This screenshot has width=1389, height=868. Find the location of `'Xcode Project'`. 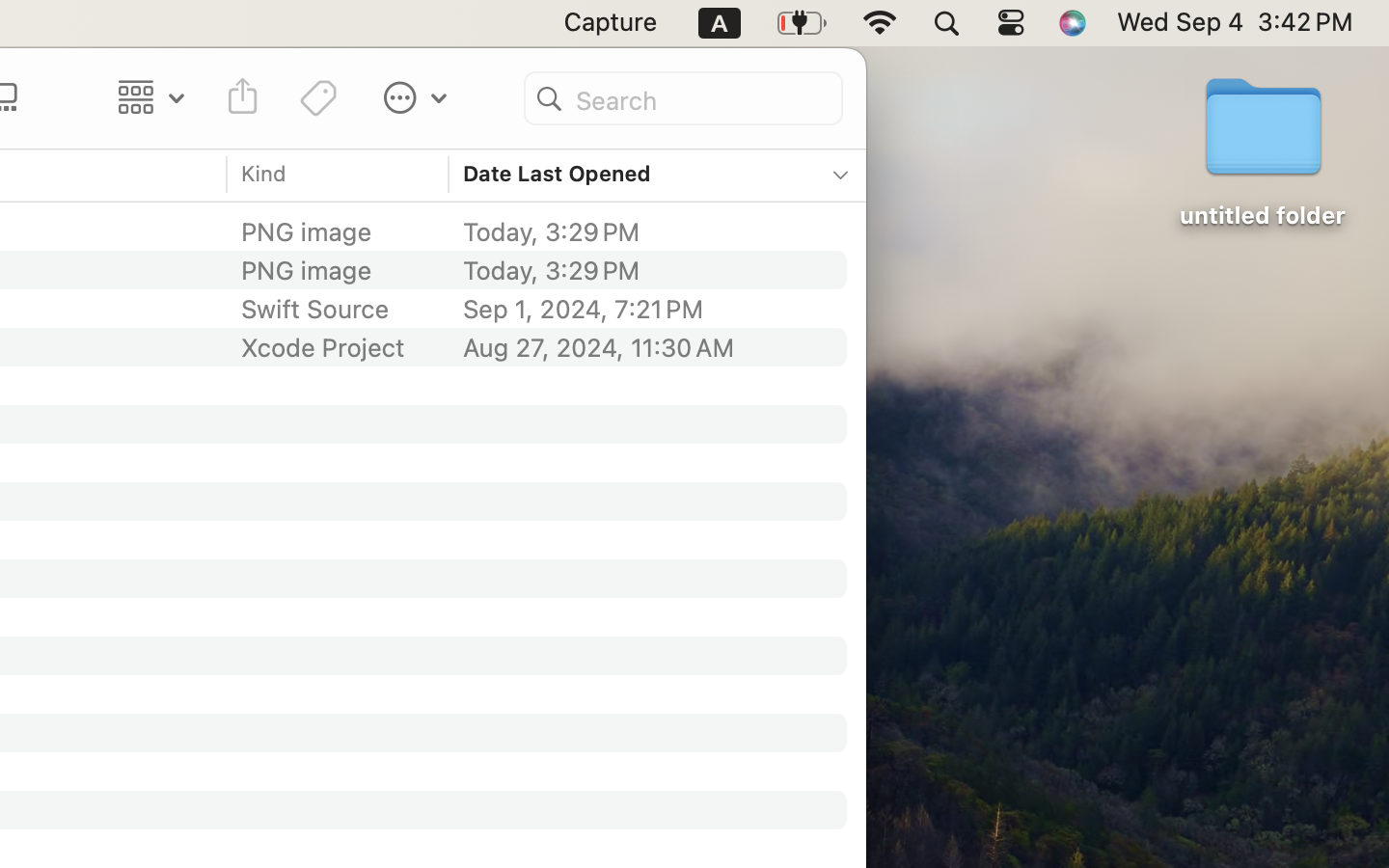

'Xcode Project' is located at coordinates (322, 347).